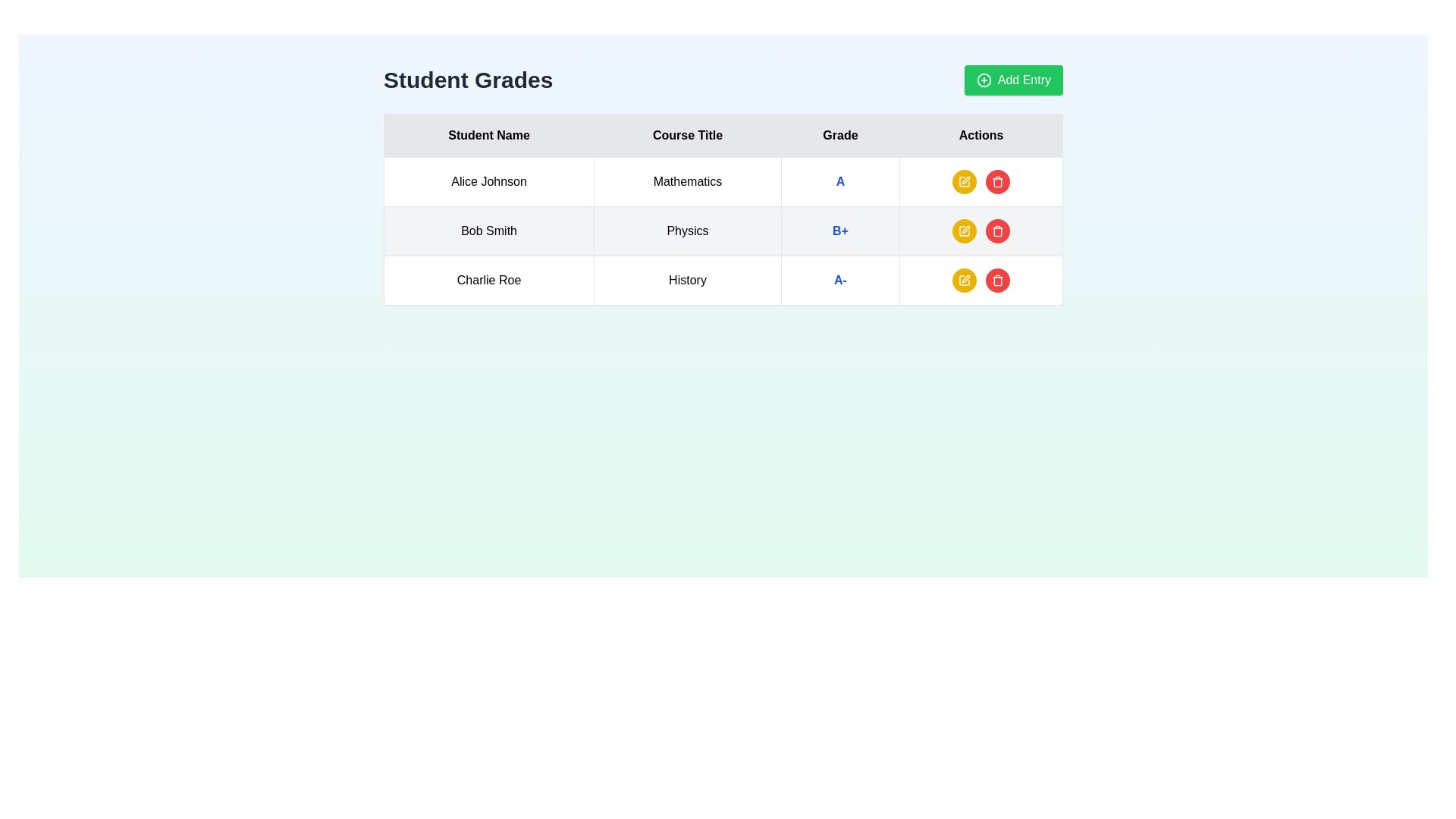  I want to click on the appearance of the filled circular icon within the 'Add Entry' button located at the top-right corner of the interface above the data table, so click(984, 80).